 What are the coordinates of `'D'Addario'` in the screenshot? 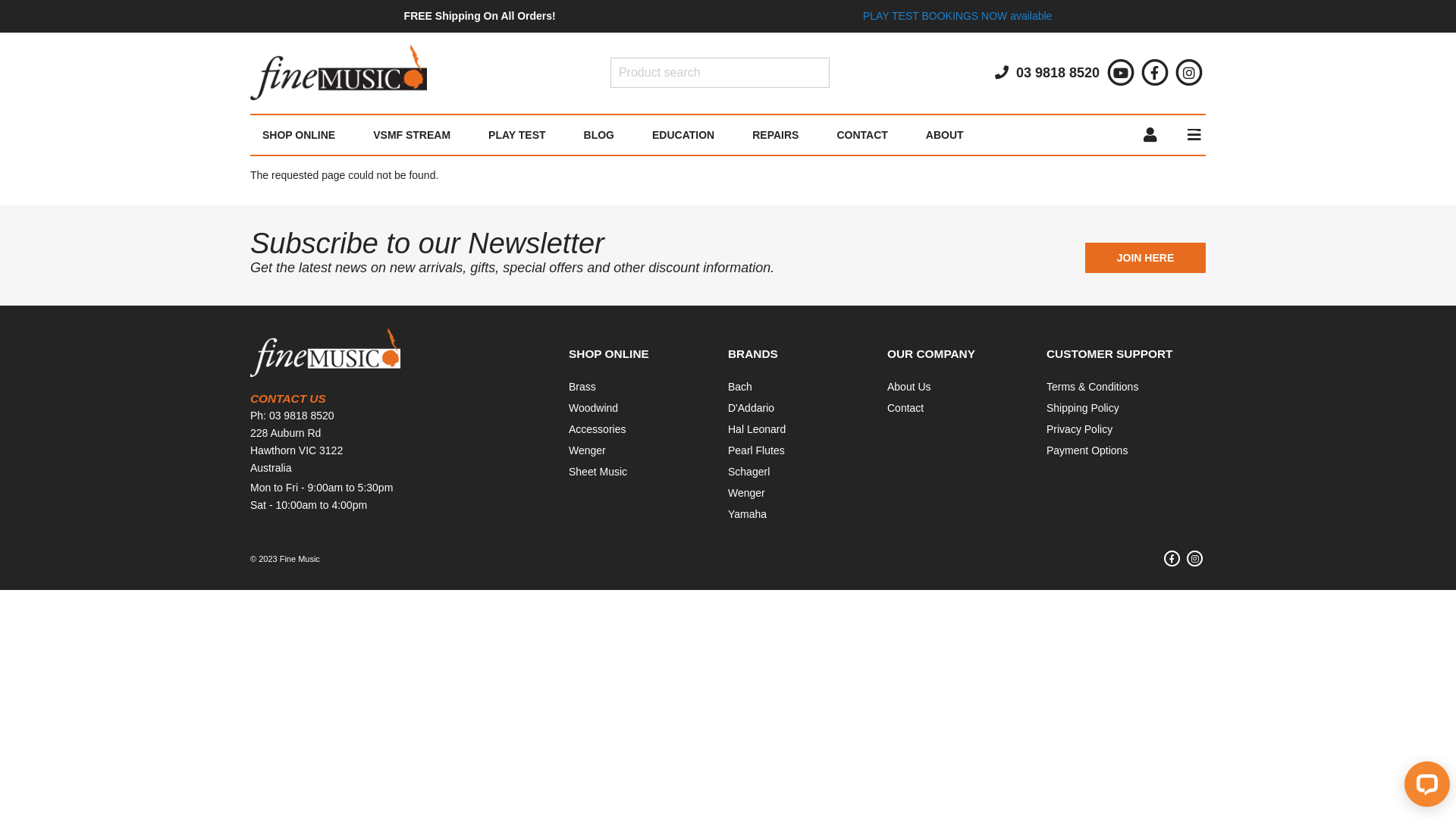 It's located at (751, 406).